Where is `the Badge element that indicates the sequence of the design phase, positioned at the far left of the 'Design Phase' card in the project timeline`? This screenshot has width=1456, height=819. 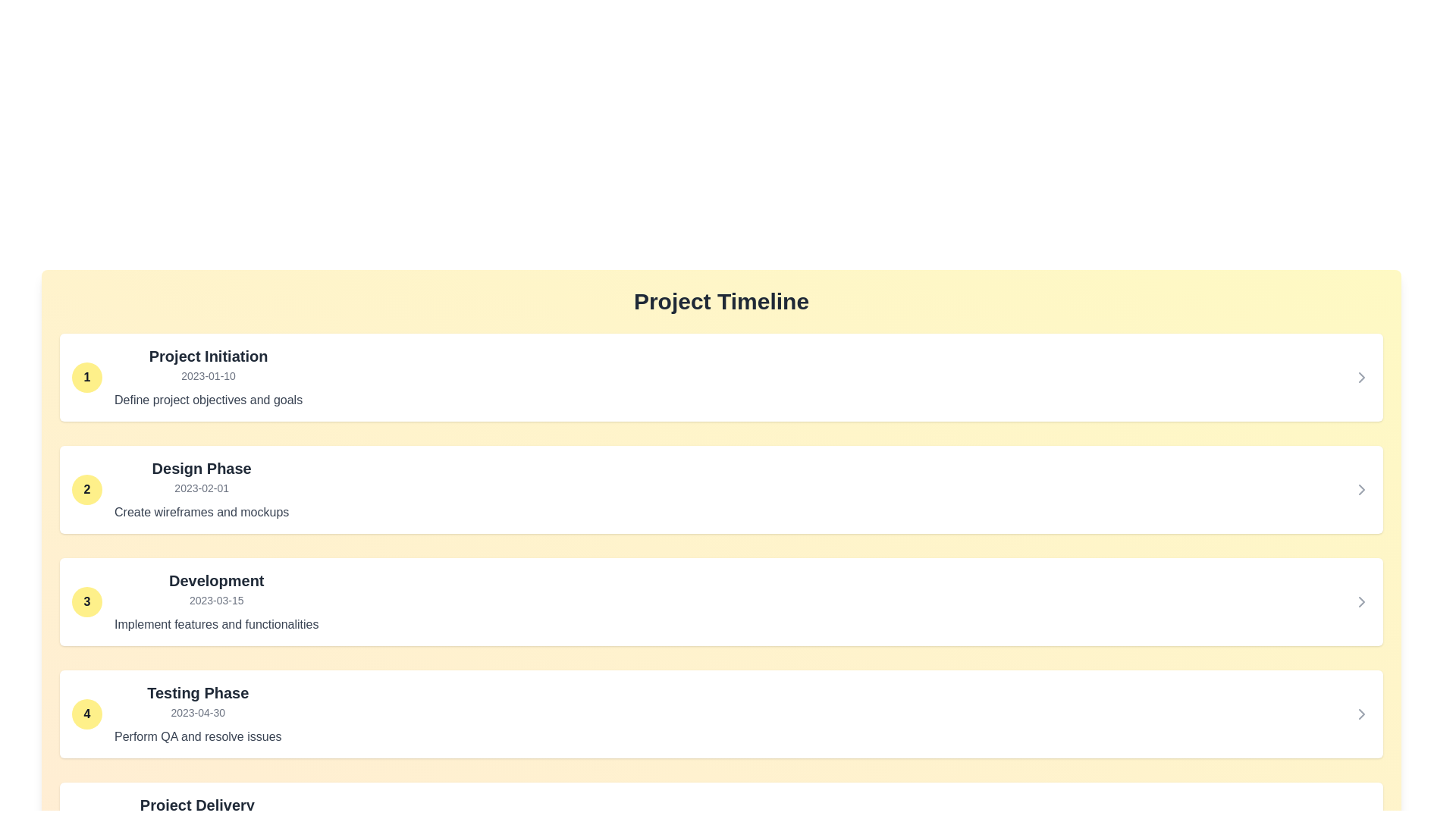
the Badge element that indicates the sequence of the design phase, positioned at the far left of the 'Design Phase' card in the project timeline is located at coordinates (86, 489).